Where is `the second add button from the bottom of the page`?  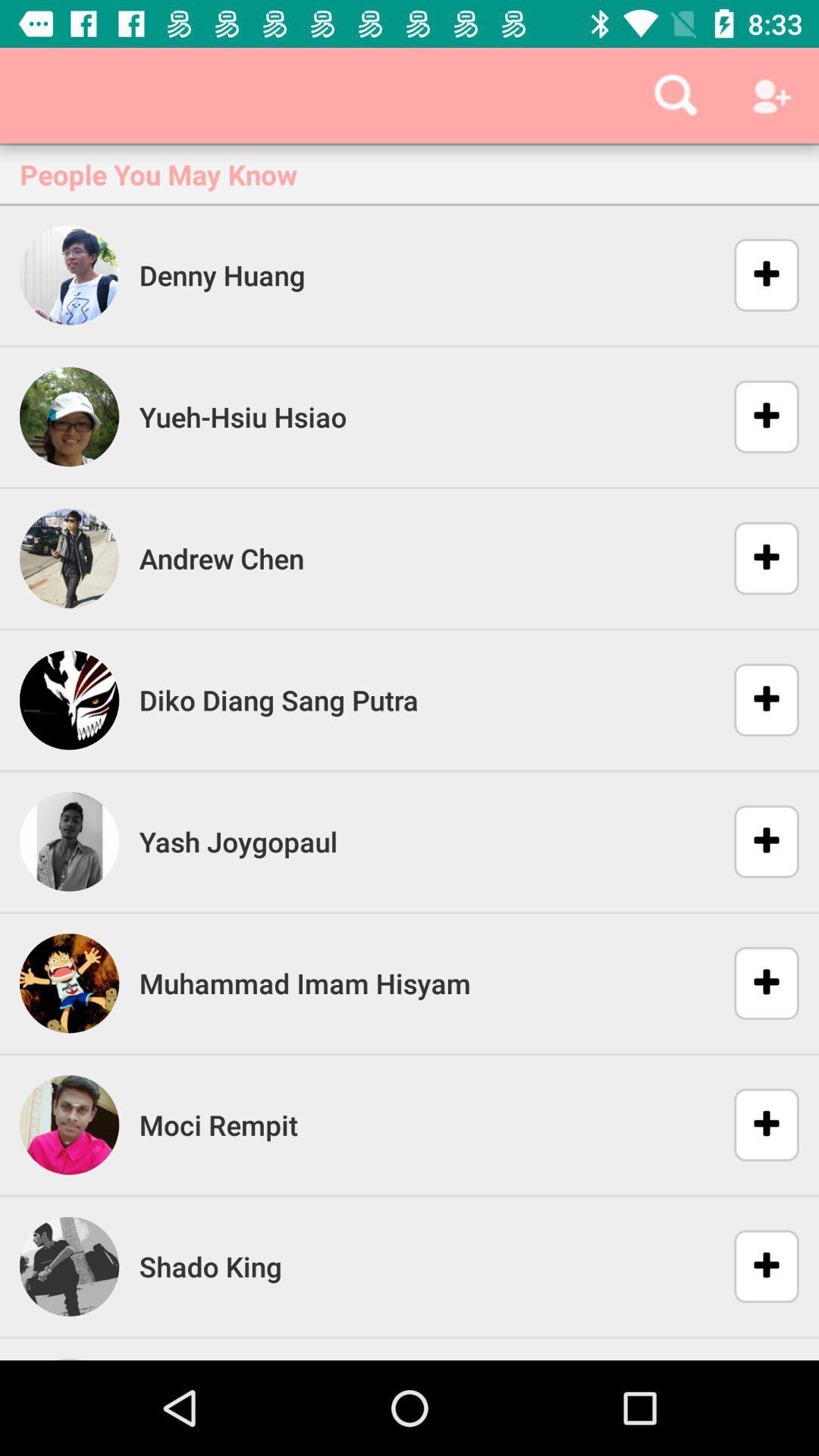
the second add button from the bottom of the page is located at coordinates (757, 1125).